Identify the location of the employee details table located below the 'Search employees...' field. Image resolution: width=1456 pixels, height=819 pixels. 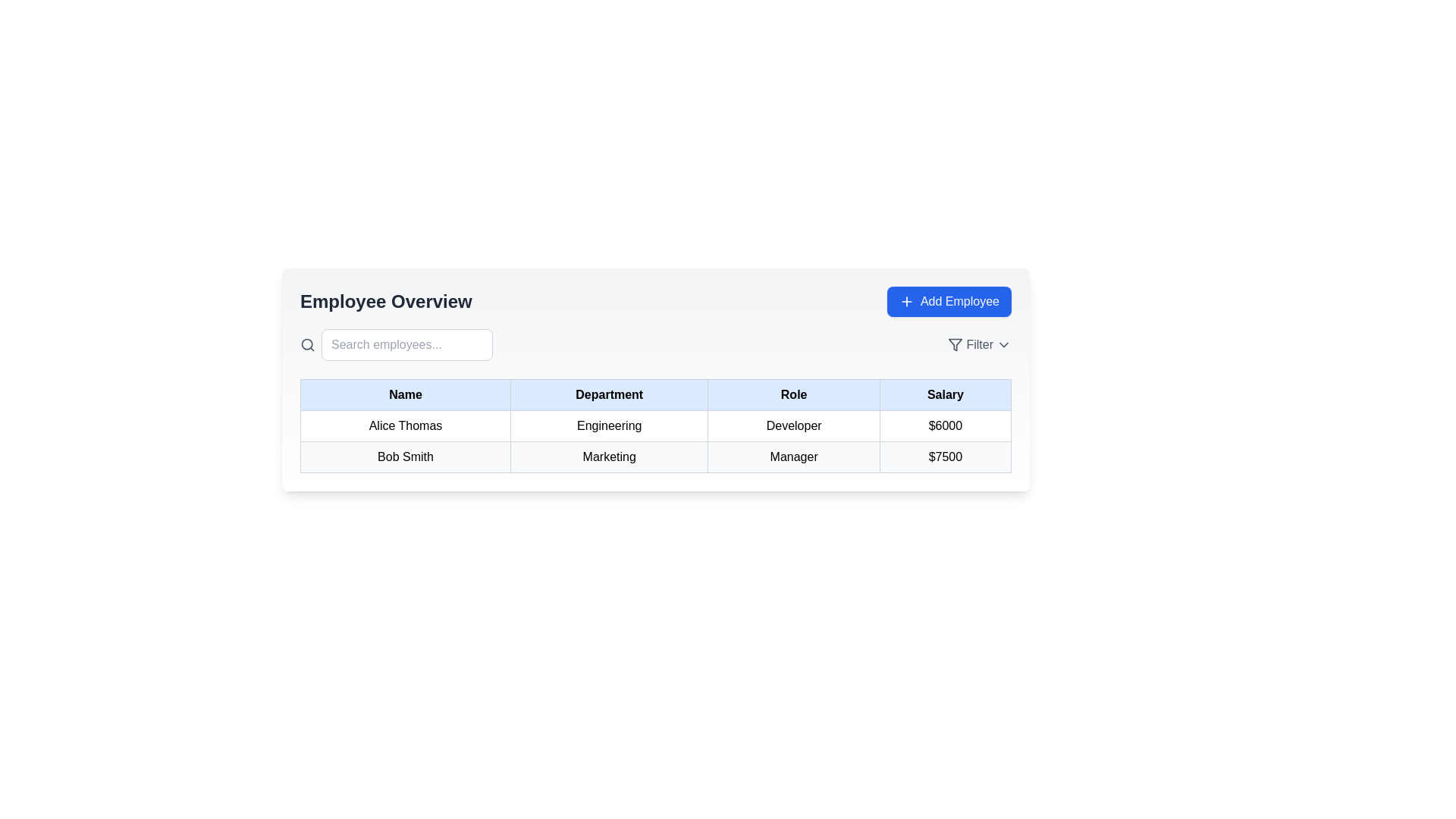
(655, 426).